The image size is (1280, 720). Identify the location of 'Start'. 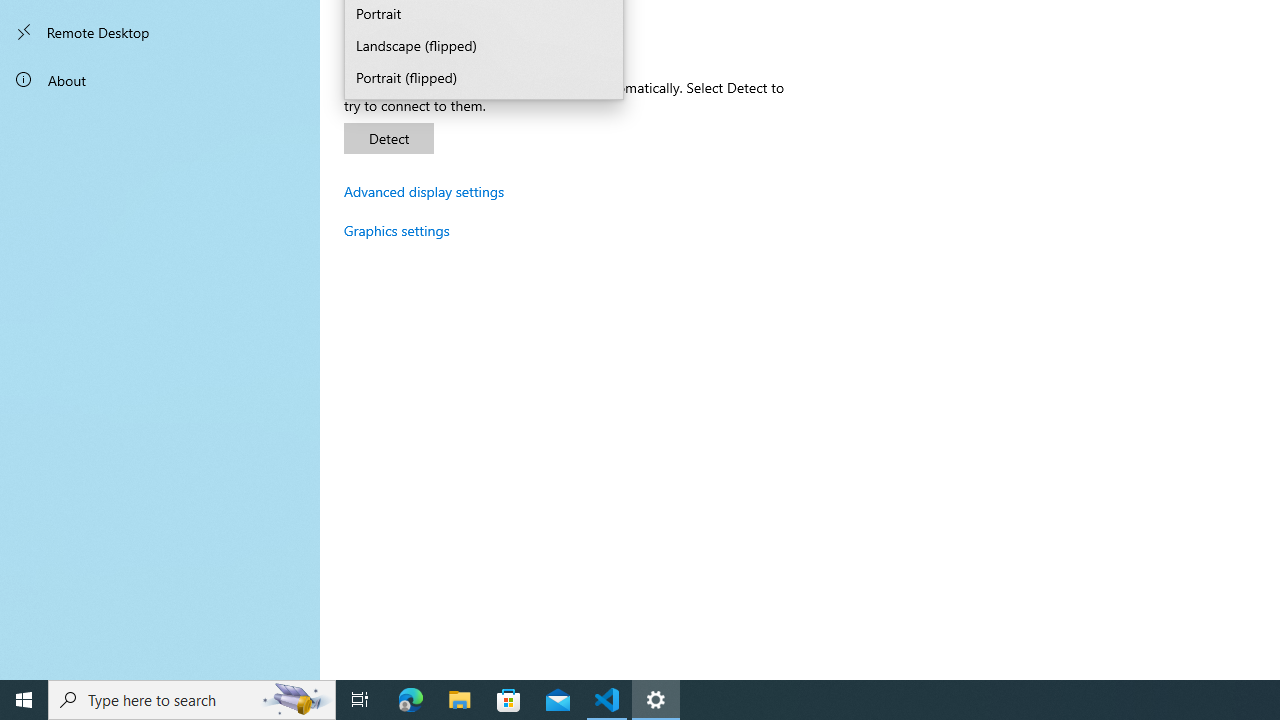
(24, 698).